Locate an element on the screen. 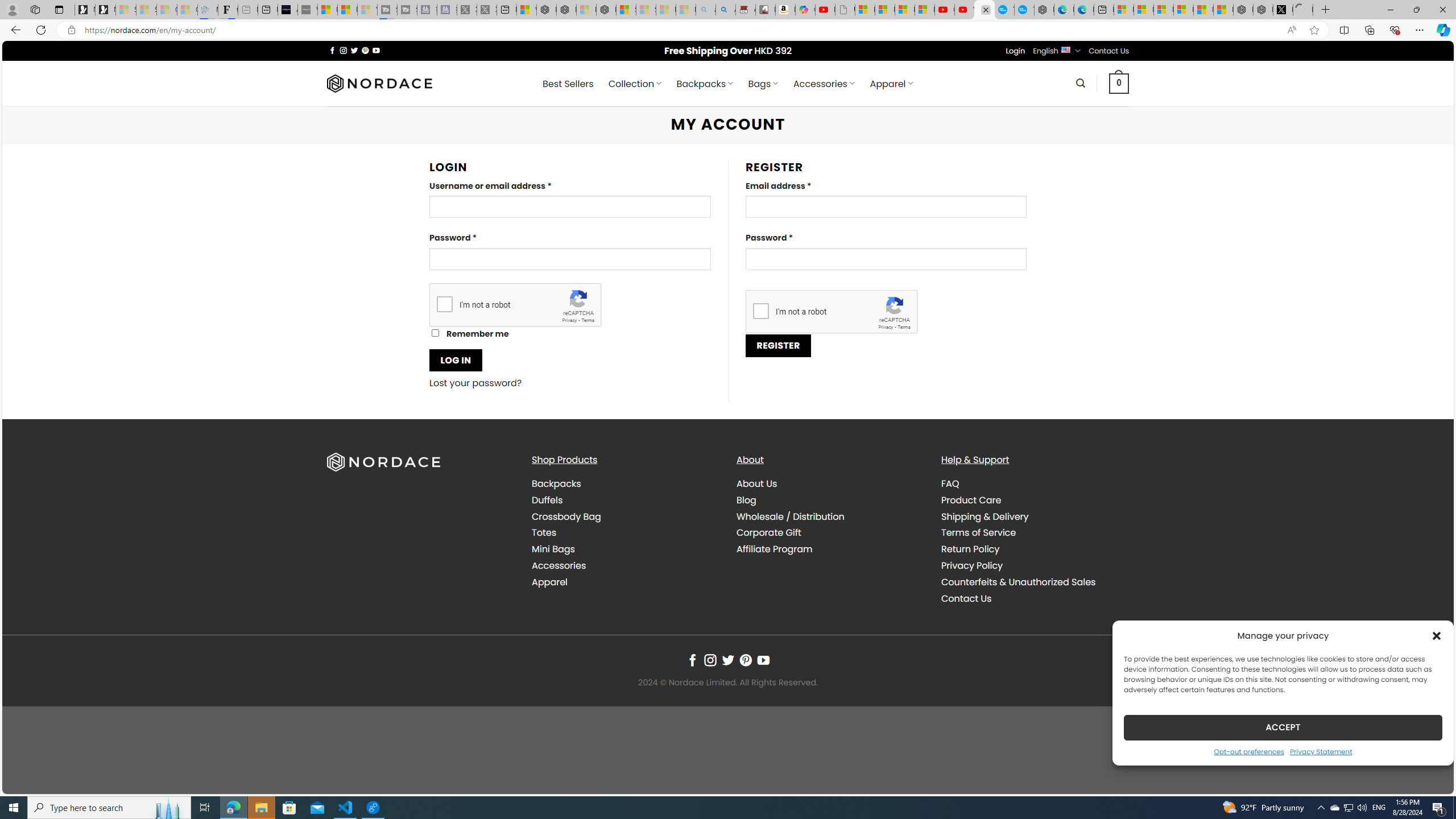 The width and height of the screenshot is (1456, 819). 'Blog' is located at coordinates (746, 499).